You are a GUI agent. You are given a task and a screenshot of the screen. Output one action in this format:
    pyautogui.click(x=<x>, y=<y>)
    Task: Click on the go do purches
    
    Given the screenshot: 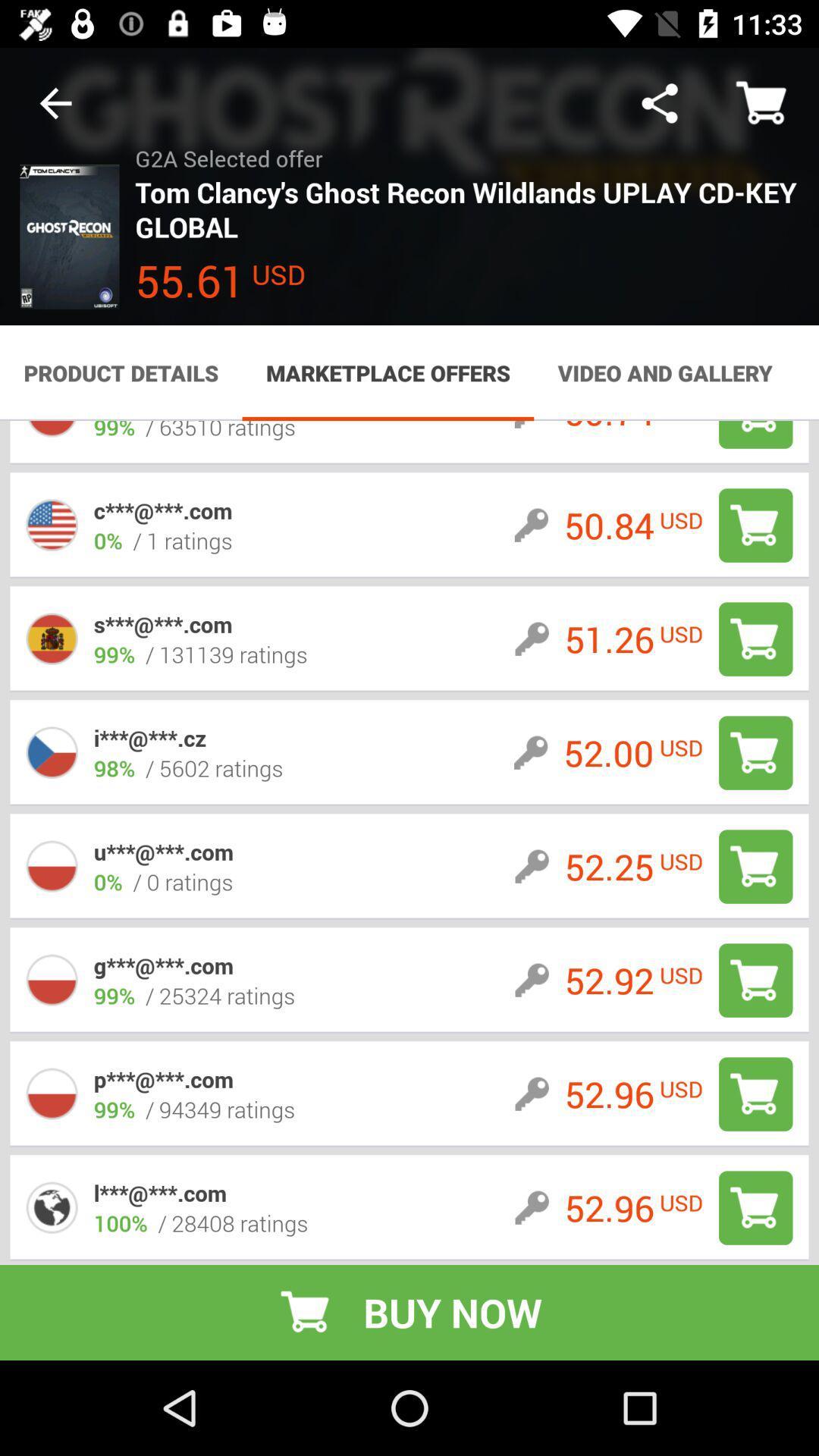 What is the action you would take?
    pyautogui.click(x=755, y=1094)
    